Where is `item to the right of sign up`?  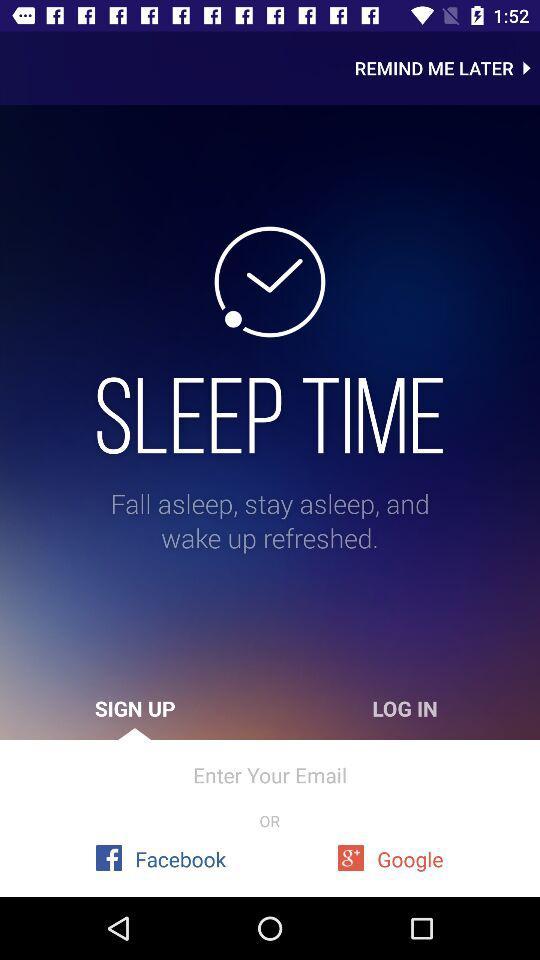
item to the right of sign up is located at coordinates (405, 708).